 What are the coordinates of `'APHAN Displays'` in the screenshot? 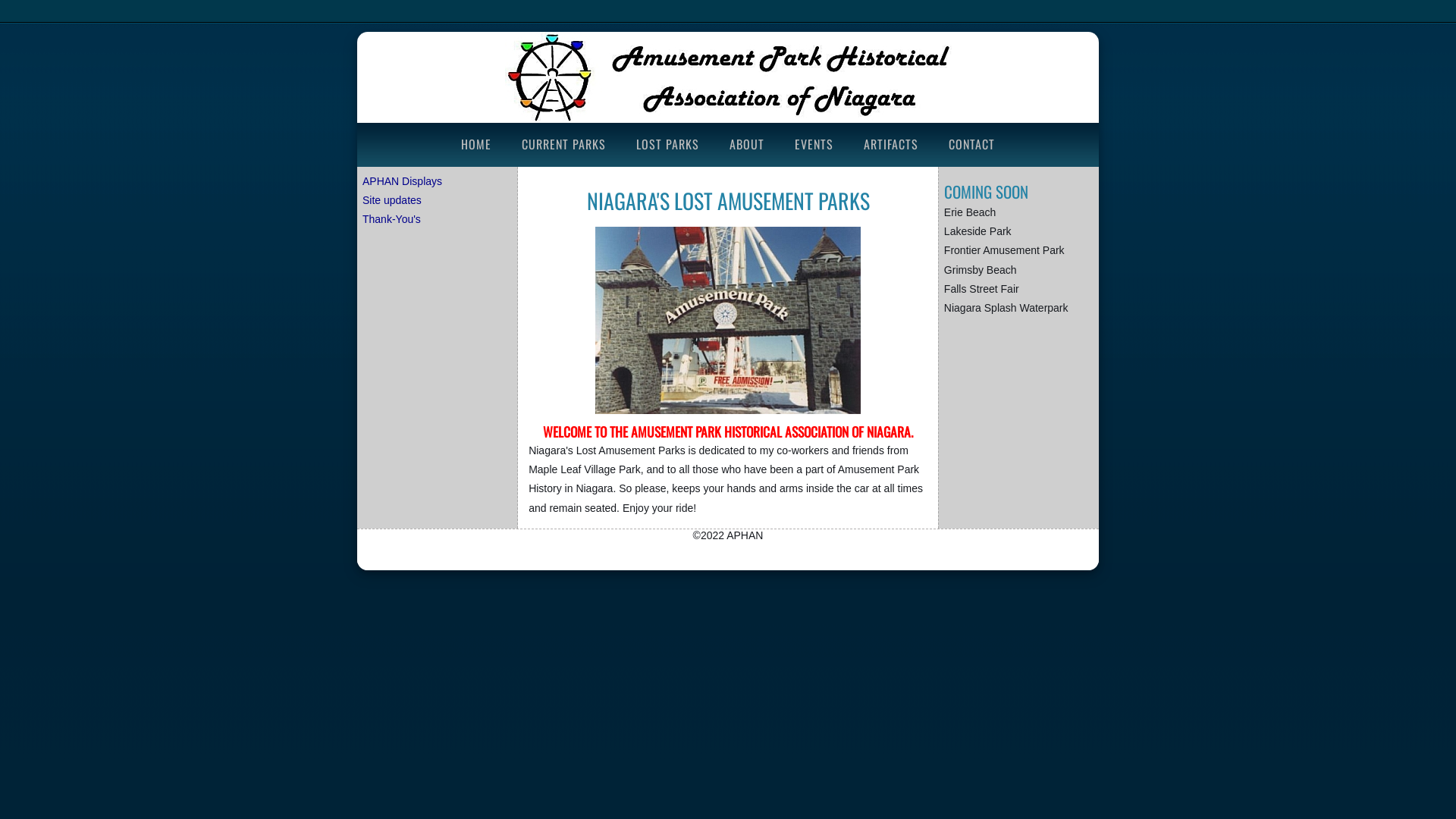 It's located at (402, 180).